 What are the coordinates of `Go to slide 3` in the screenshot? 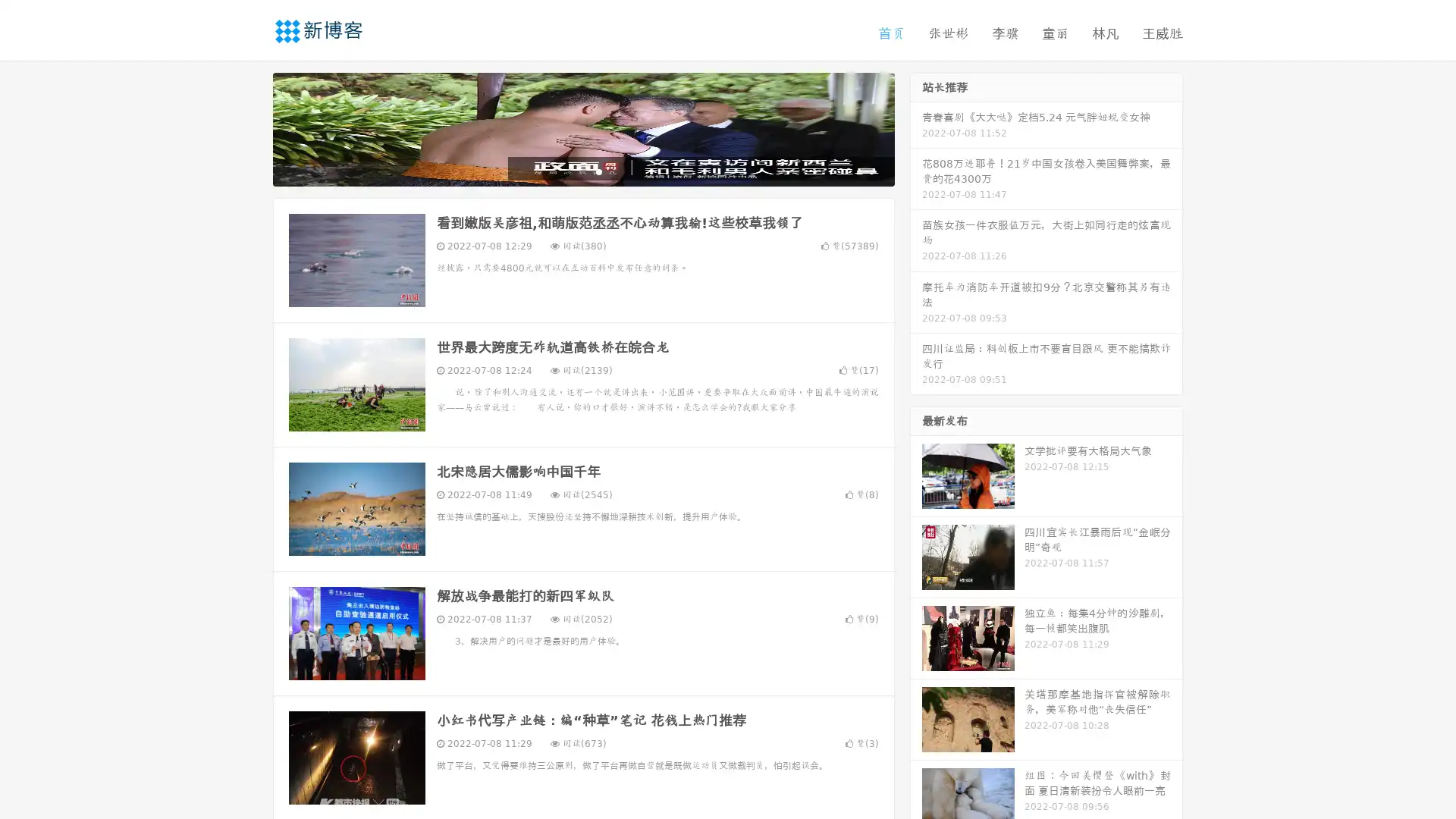 It's located at (598, 171).